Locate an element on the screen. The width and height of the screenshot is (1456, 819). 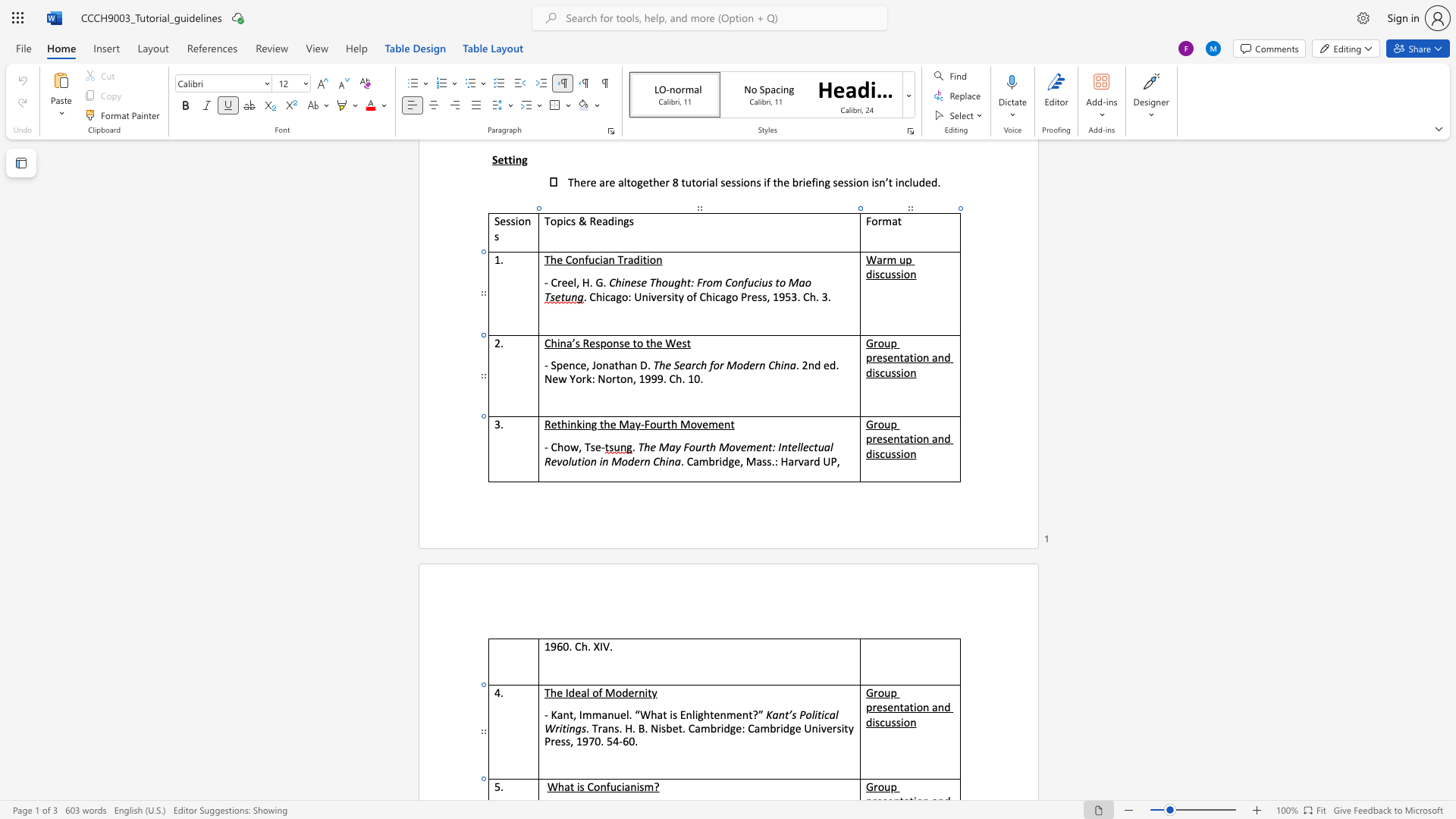
the 1th character "r" in the text is located at coordinates (664, 424).